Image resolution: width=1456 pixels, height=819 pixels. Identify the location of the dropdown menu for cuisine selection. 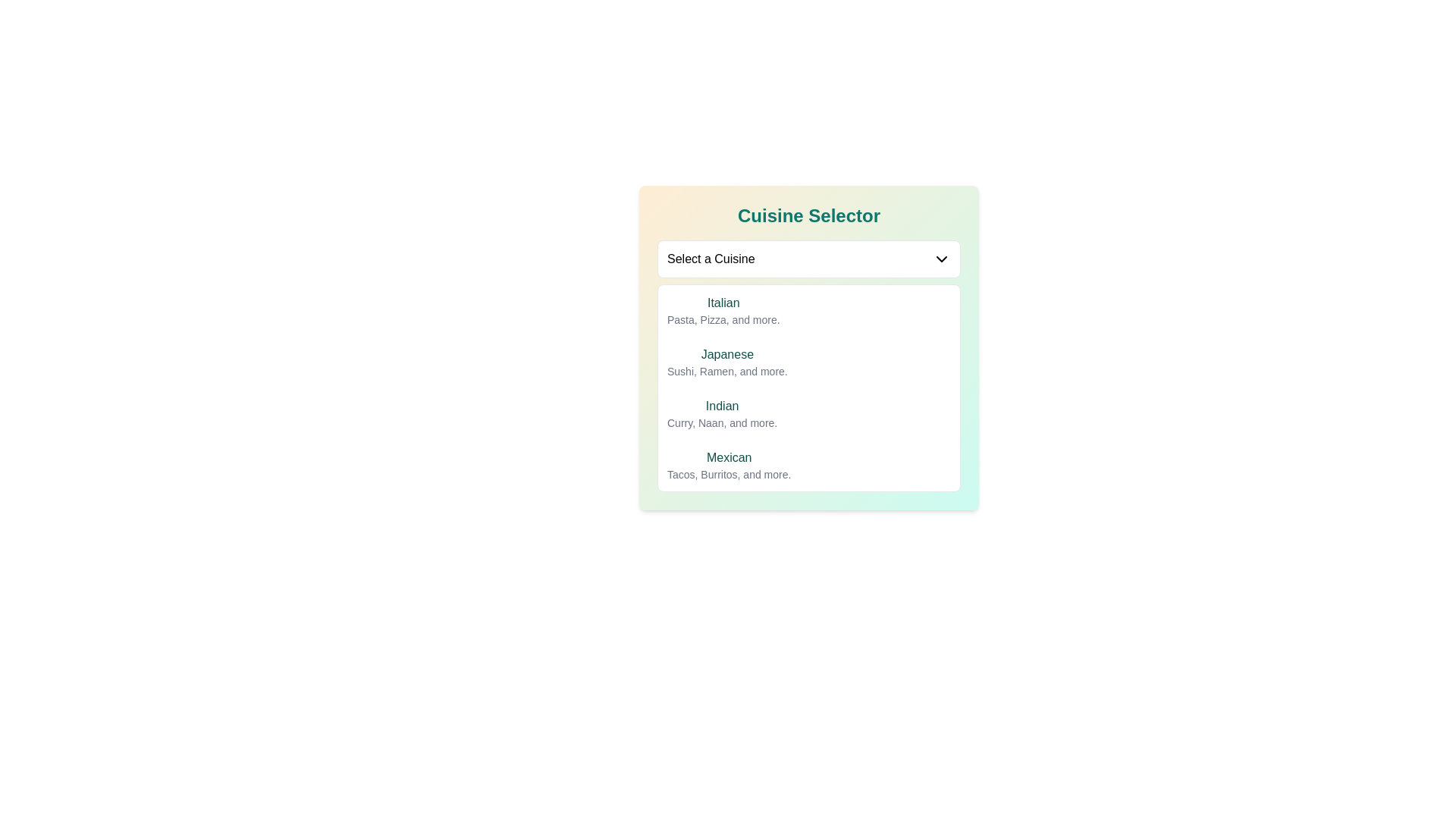
(808, 259).